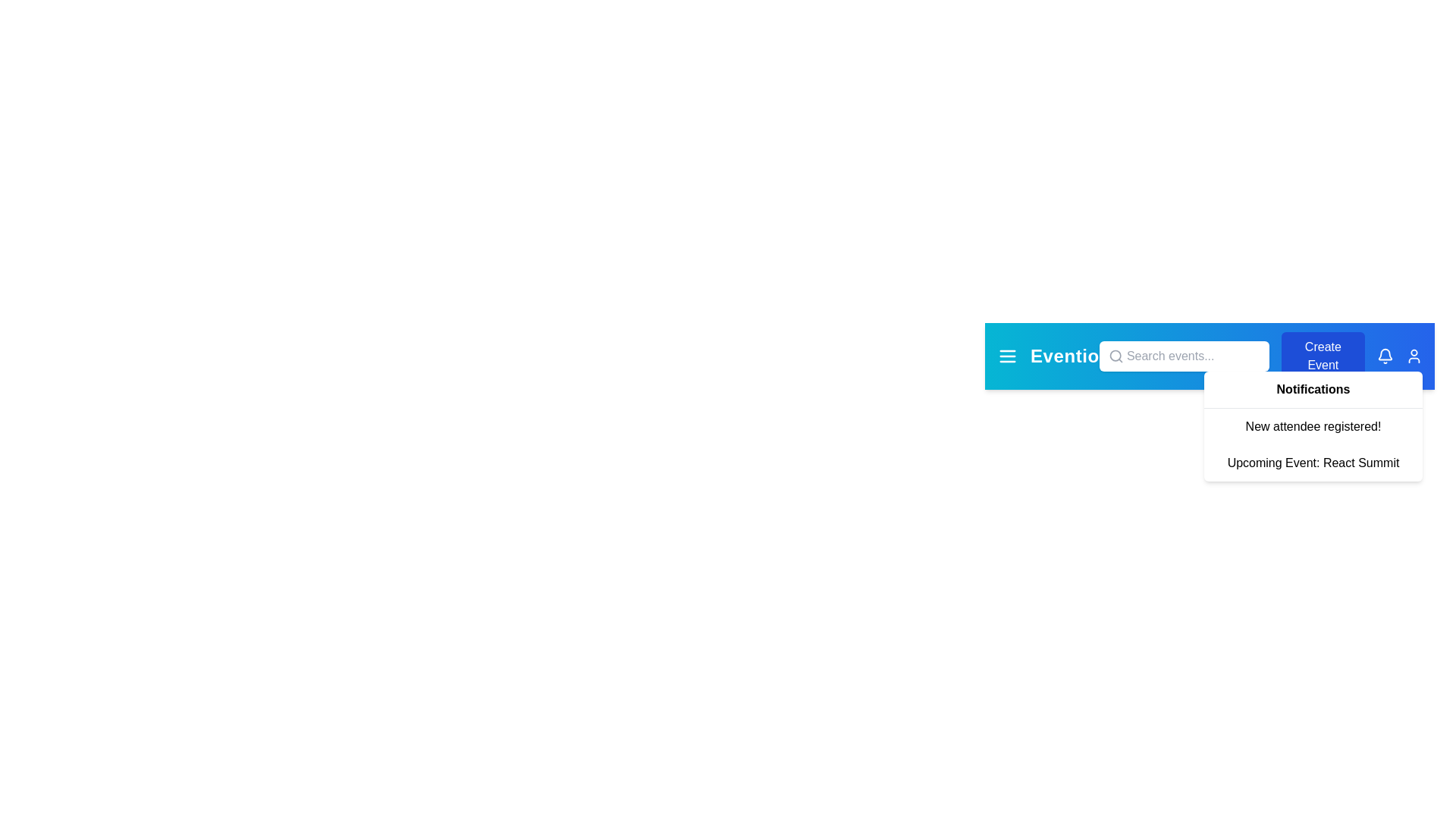  What do you see at coordinates (1182, 356) in the screenshot?
I see `the search input field and type 'React Summit'` at bounding box center [1182, 356].